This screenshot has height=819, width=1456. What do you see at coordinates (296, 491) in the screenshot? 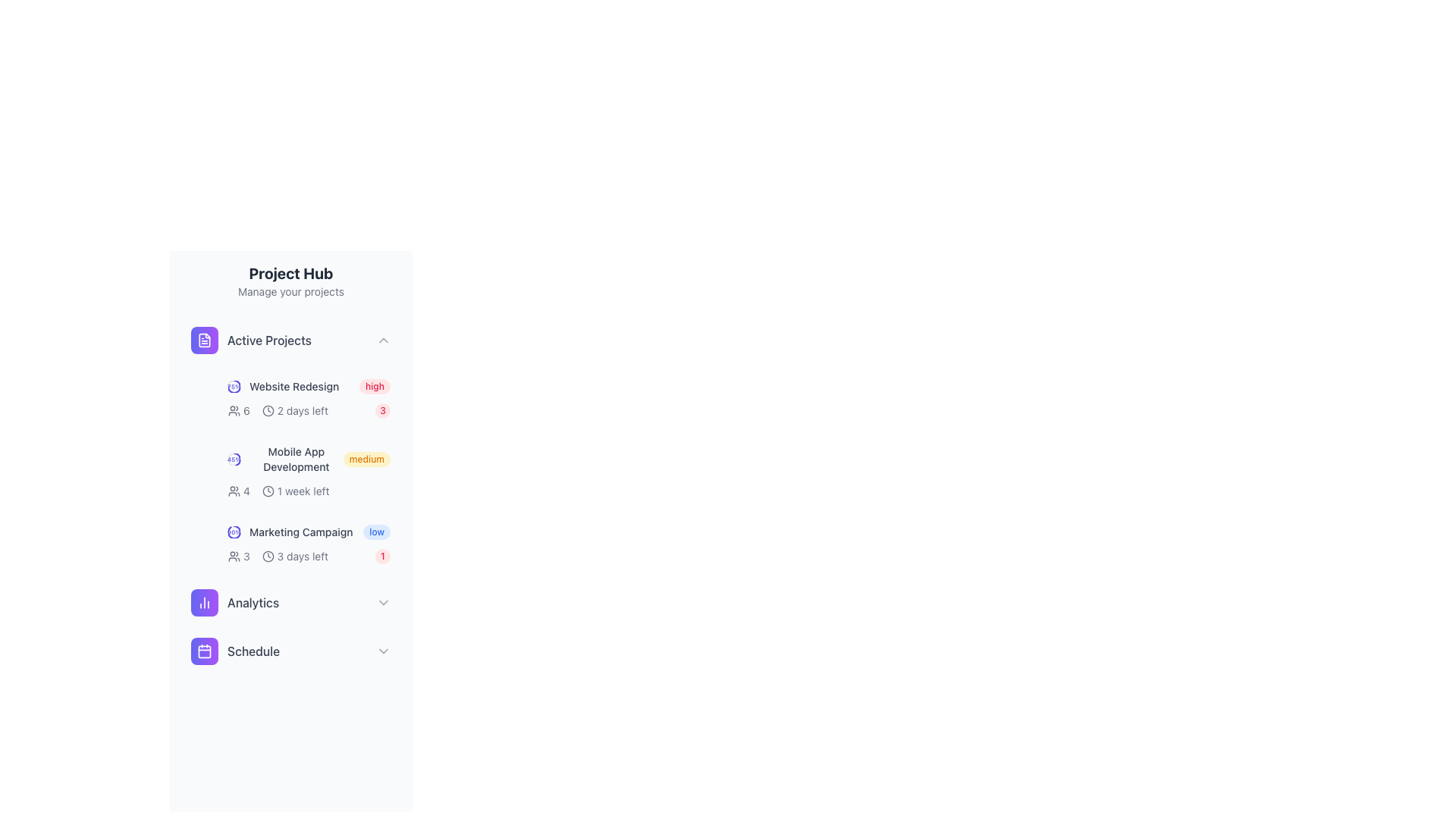
I see `the UI label displaying '1 week left' with a clock icon, which is located in the 'Mobile App Development' project section` at bounding box center [296, 491].